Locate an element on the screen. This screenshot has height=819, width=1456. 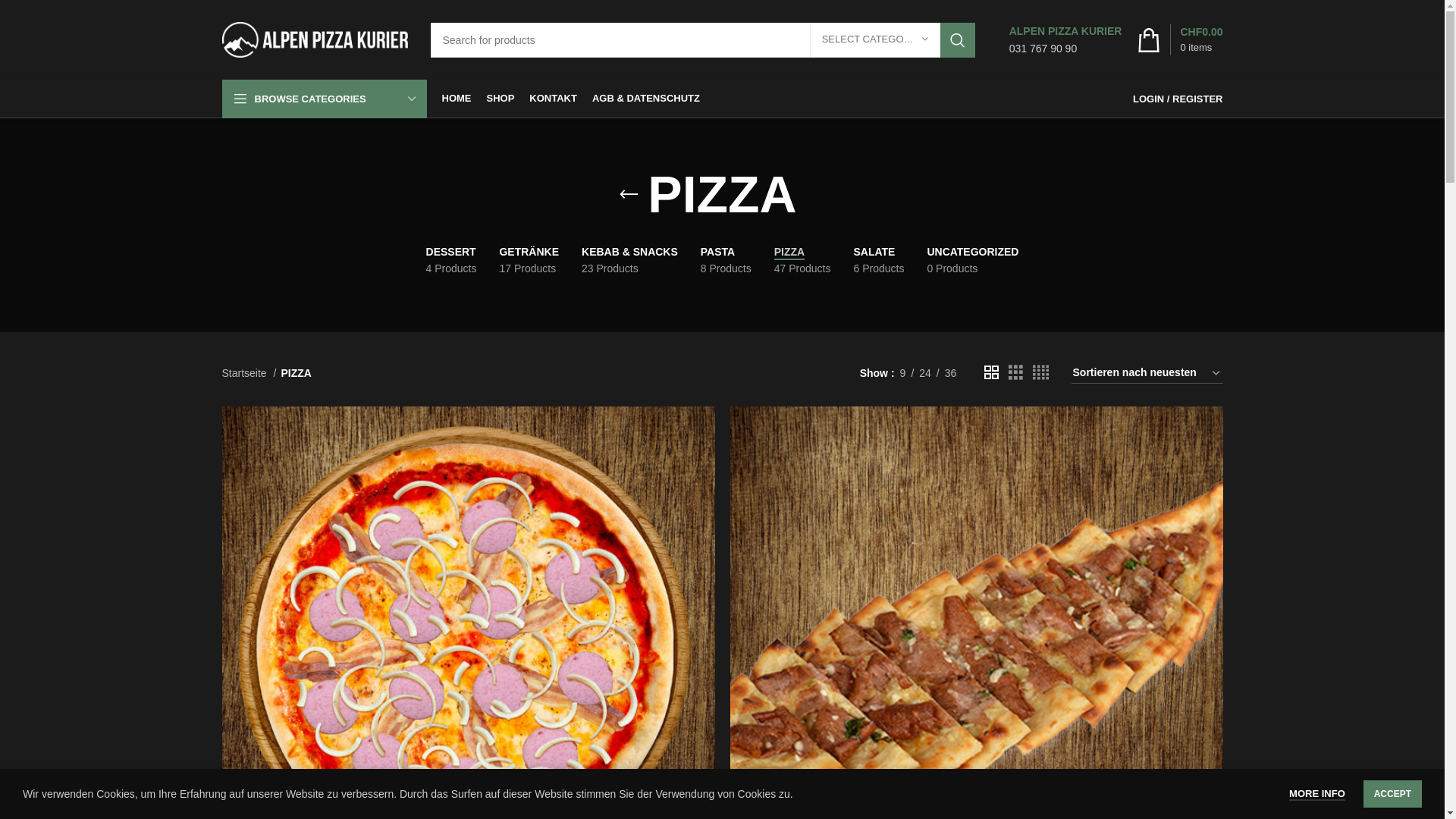
'SELECT CATEGORY' is located at coordinates (874, 38).